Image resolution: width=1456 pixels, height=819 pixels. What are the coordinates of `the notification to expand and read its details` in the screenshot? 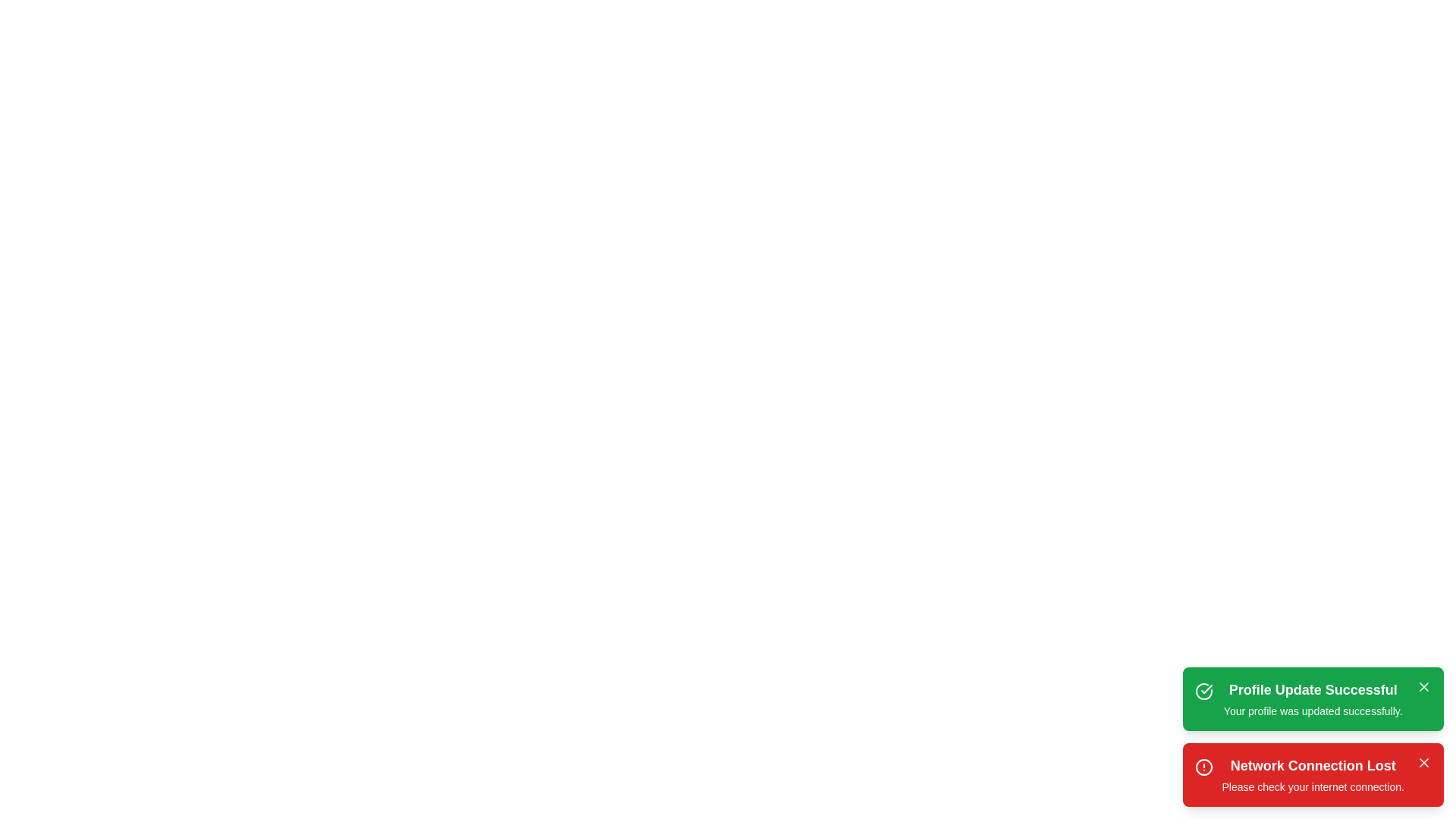 It's located at (1312, 698).